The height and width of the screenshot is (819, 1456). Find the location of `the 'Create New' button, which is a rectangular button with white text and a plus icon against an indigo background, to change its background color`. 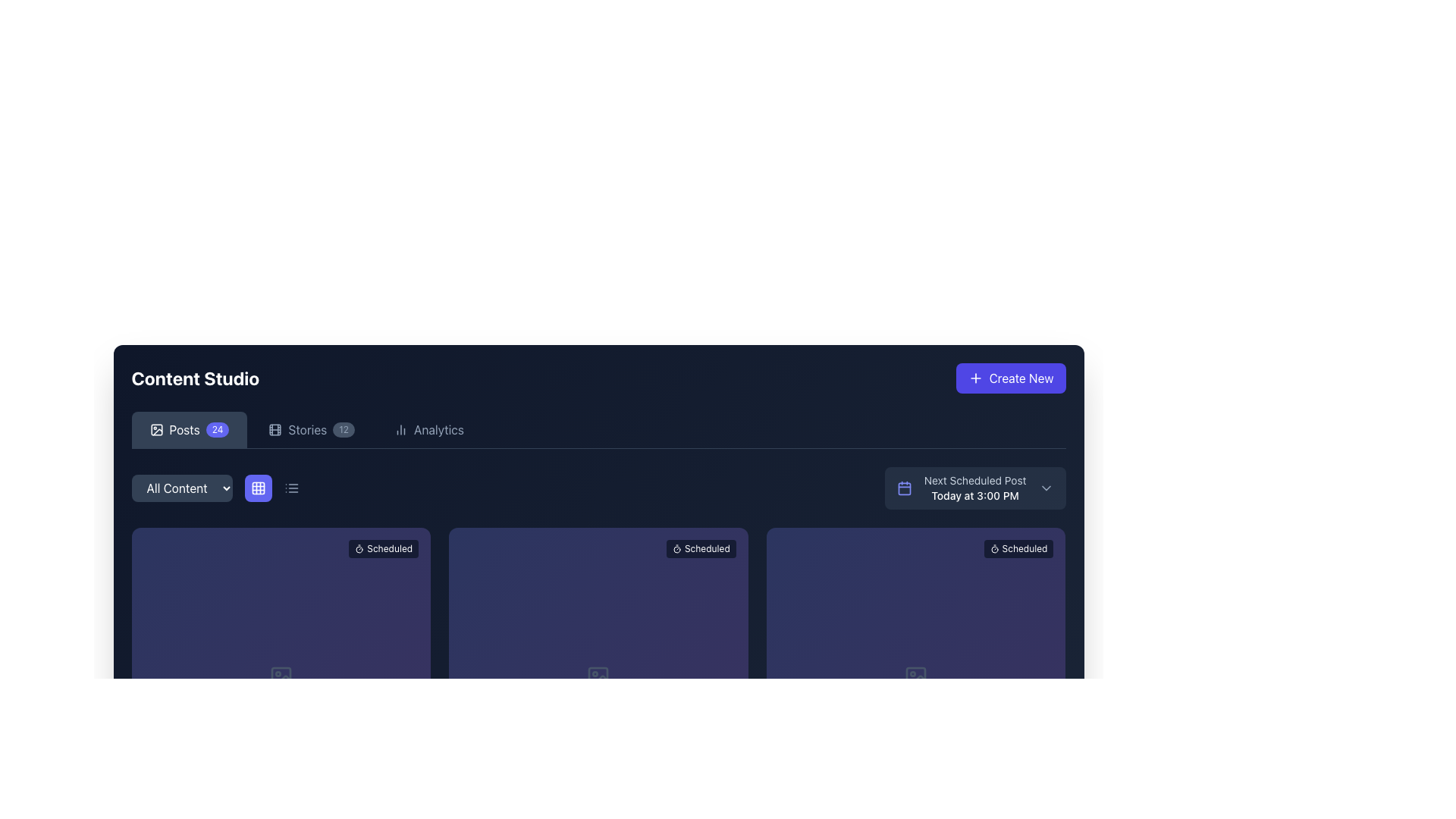

the 'Create New' button, which is a rectangular button with white text and a plus icon against an indigo background, to change its background color is located at coordinates (1011, 377).